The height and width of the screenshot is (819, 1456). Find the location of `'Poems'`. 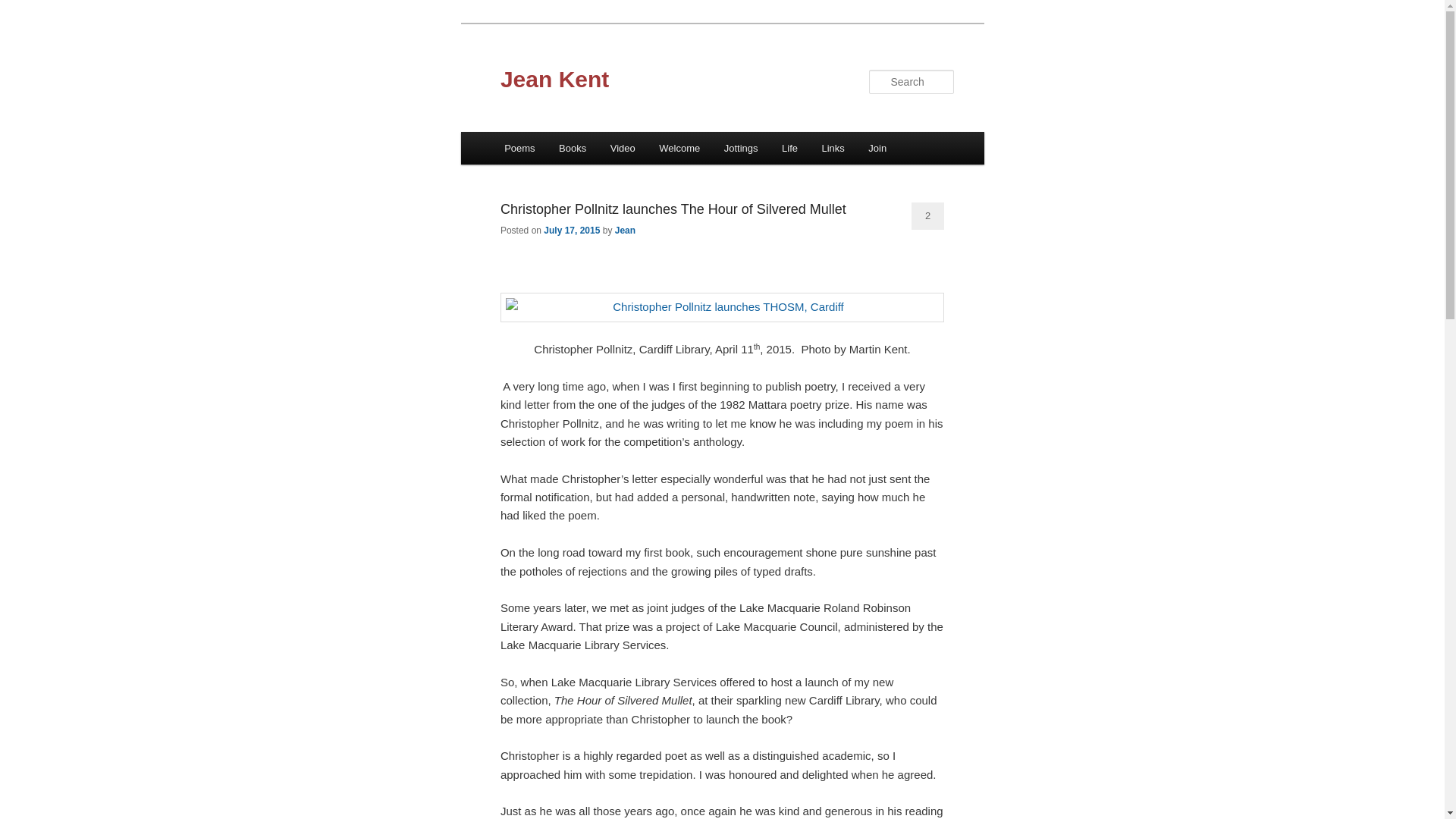

'Poems' is located at coordinates (519, 148).